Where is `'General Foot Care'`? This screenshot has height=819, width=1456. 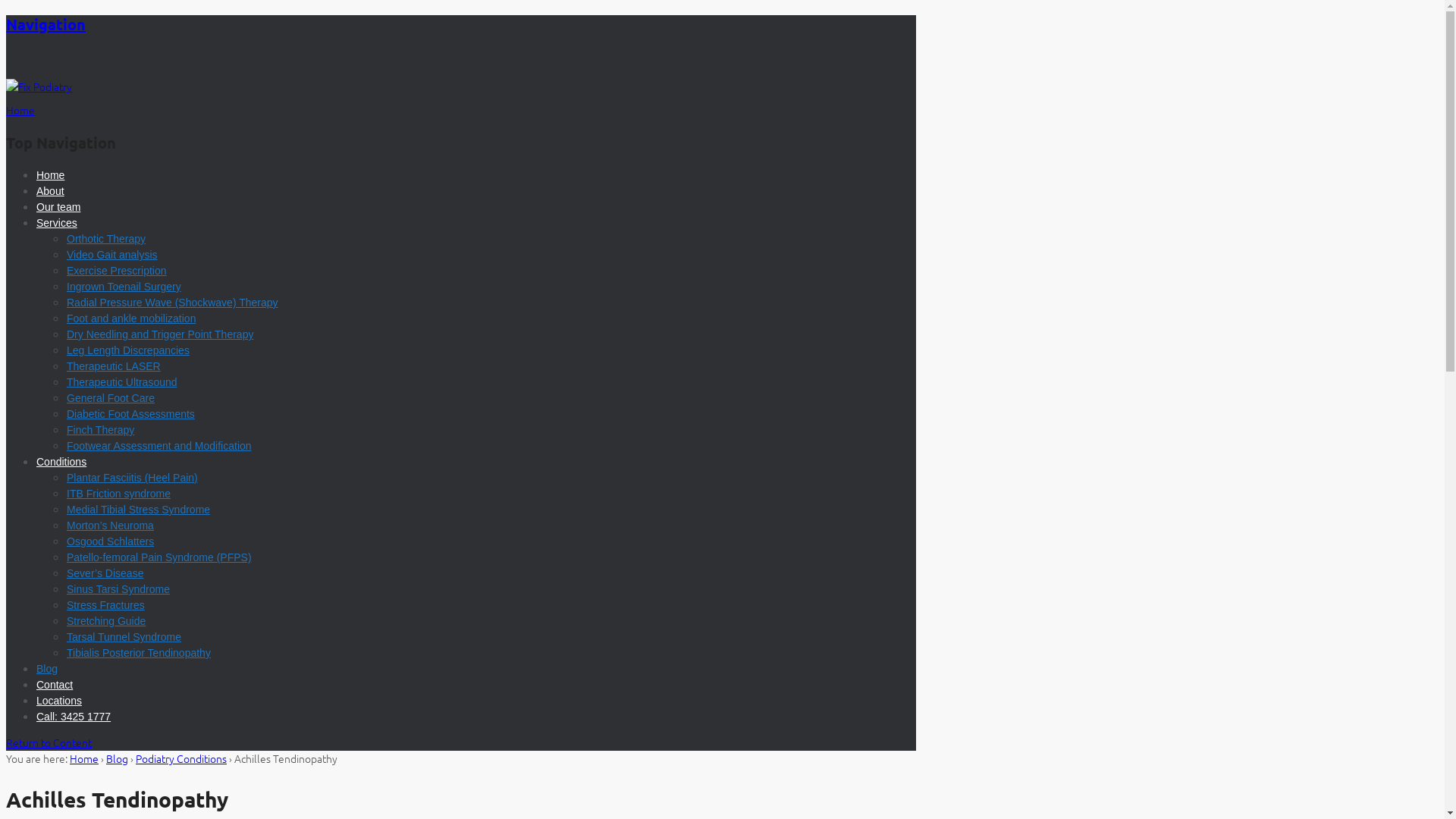 'General Foot Care' is located at coordinates (109, 397).